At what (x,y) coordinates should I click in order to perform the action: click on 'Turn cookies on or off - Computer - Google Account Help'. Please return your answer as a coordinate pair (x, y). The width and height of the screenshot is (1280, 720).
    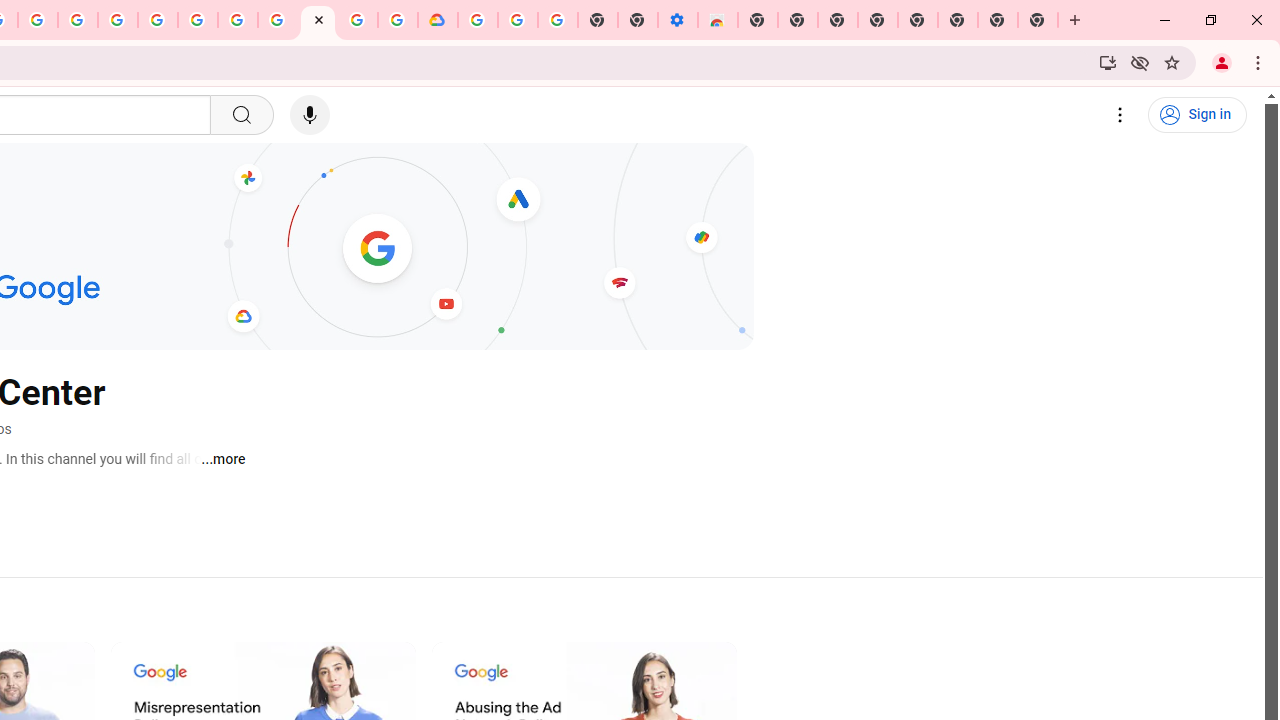
    Looking at the image, I should click on (558, 20).